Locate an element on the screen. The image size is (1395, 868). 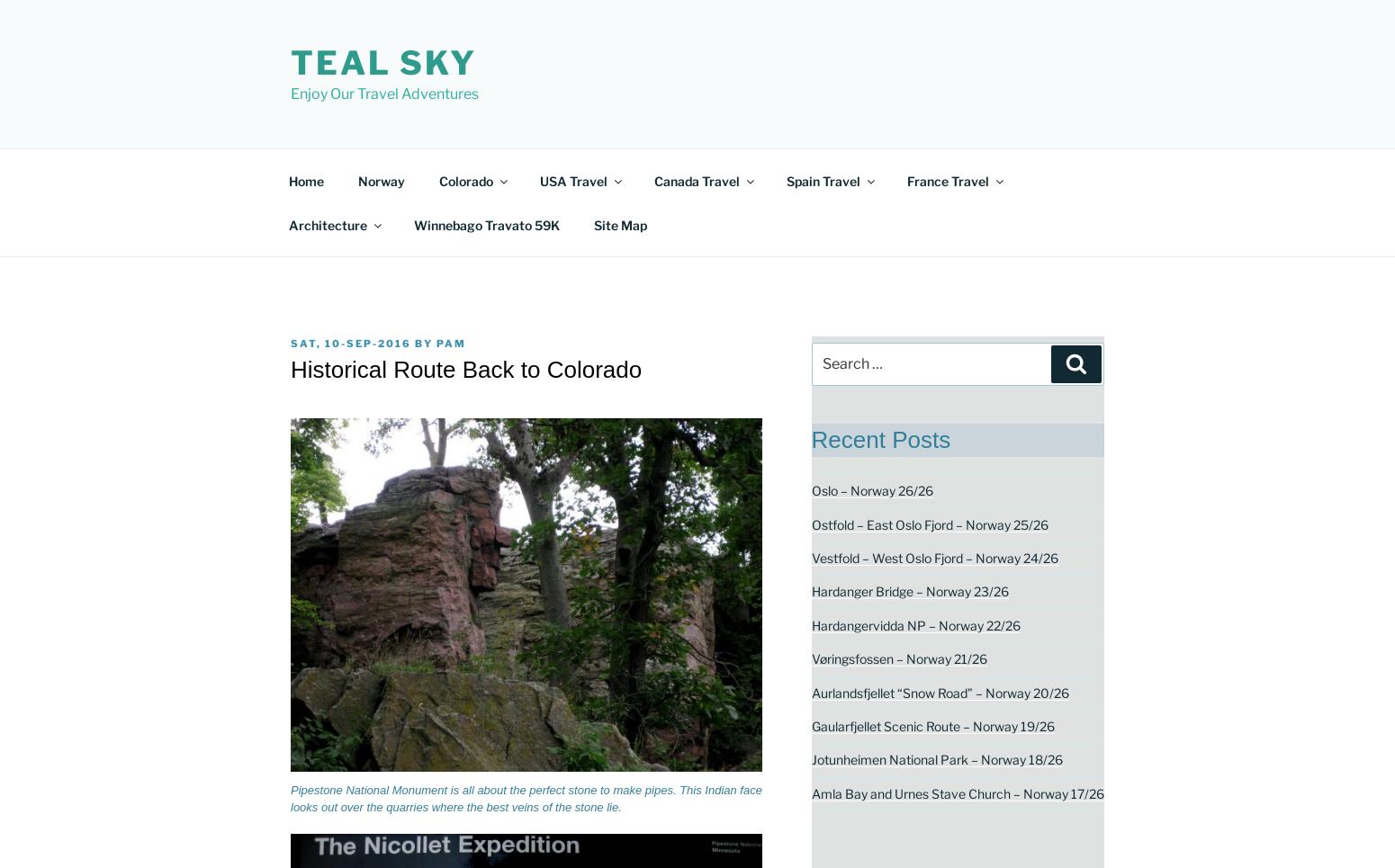
'Jotunheimen National Park – Norway 18/26' is located at coordinates (936, 758).